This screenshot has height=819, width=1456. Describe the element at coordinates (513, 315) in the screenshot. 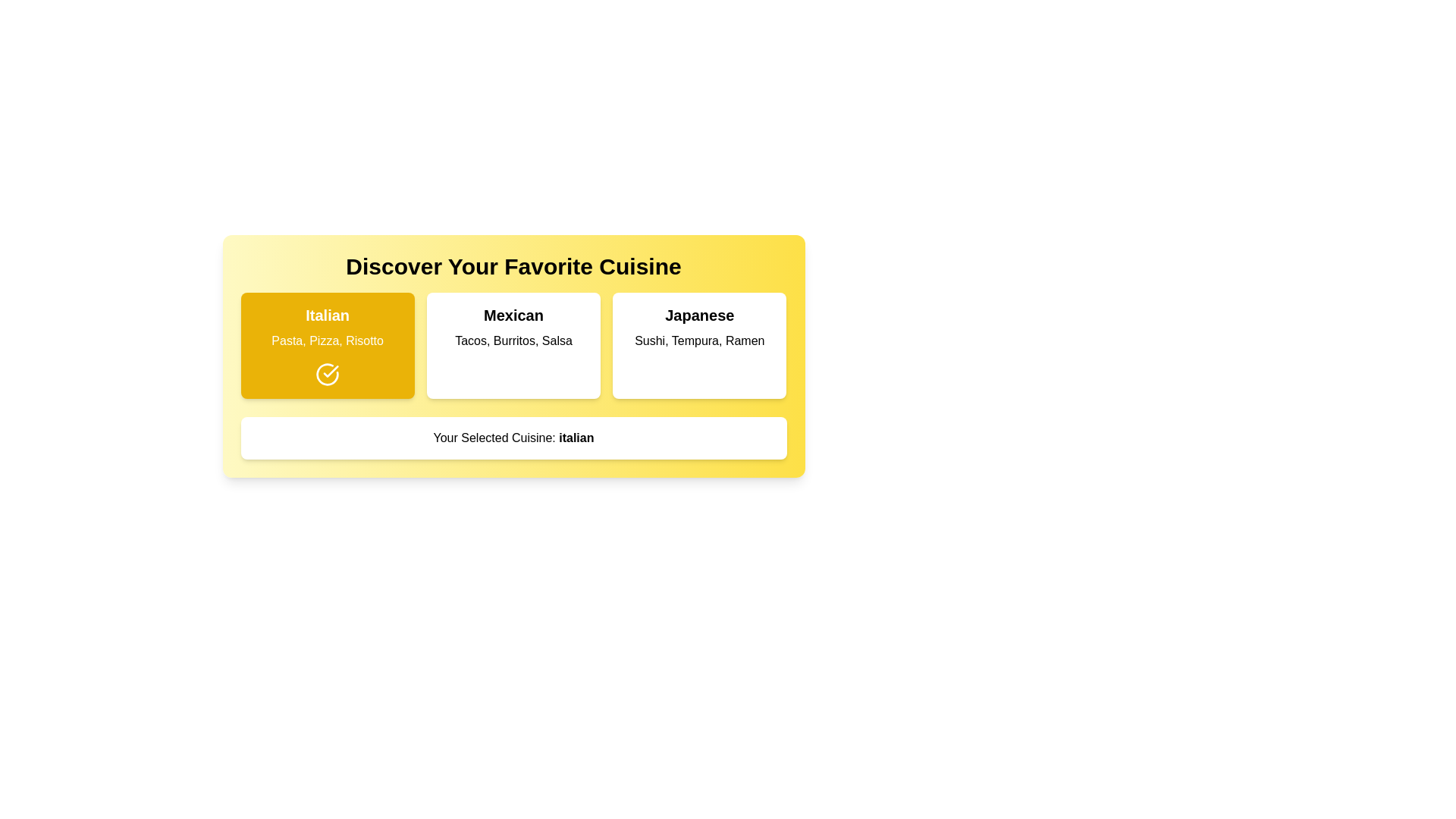

I see `Text label that introduces or categorizes the content specific to Mexican cuisine, located in the middle block above the description 'Tacos, Burritos, Salsa'` at that location.